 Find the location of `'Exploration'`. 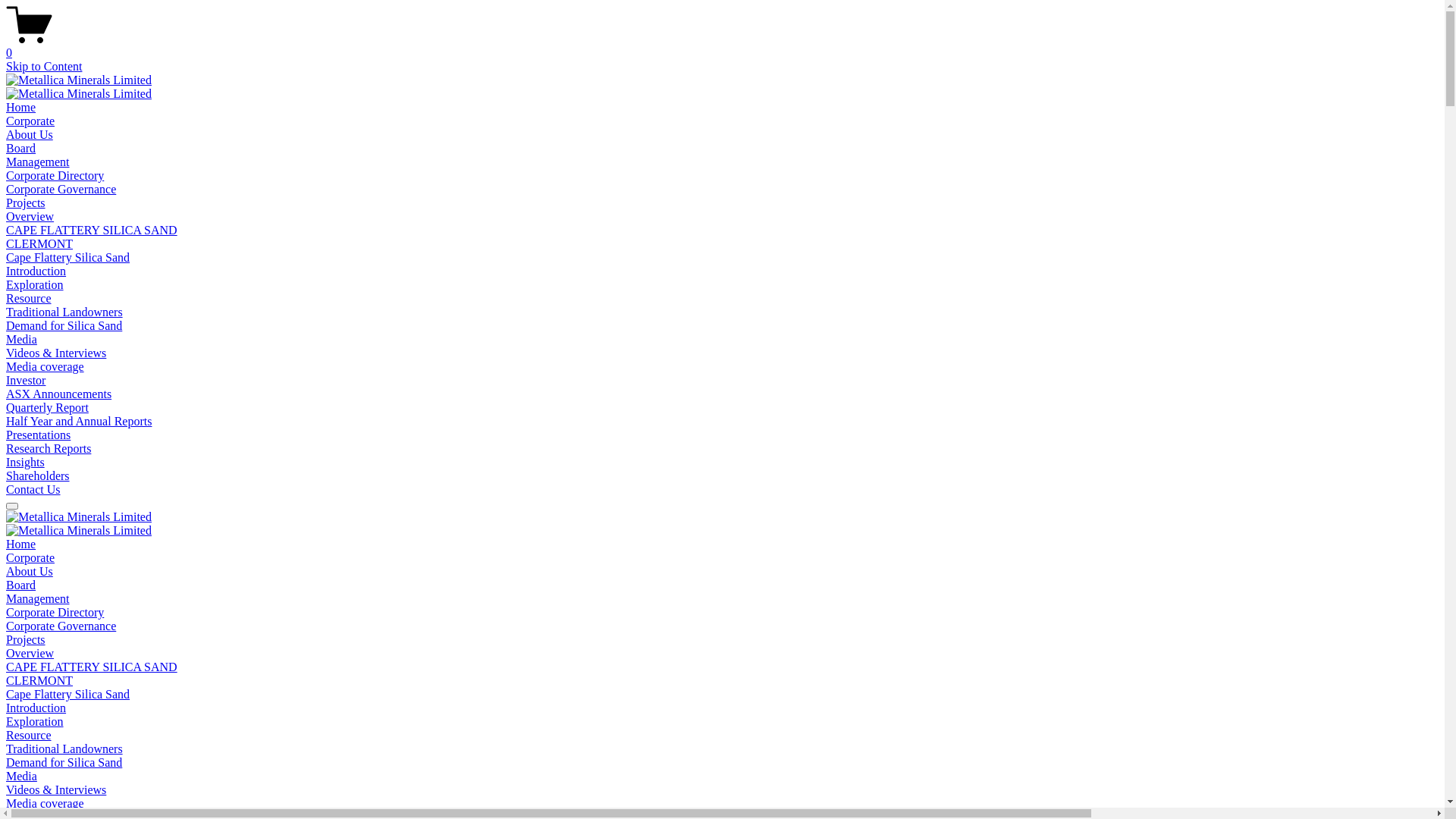

'Exploration' is located at coordinates (35, 284).